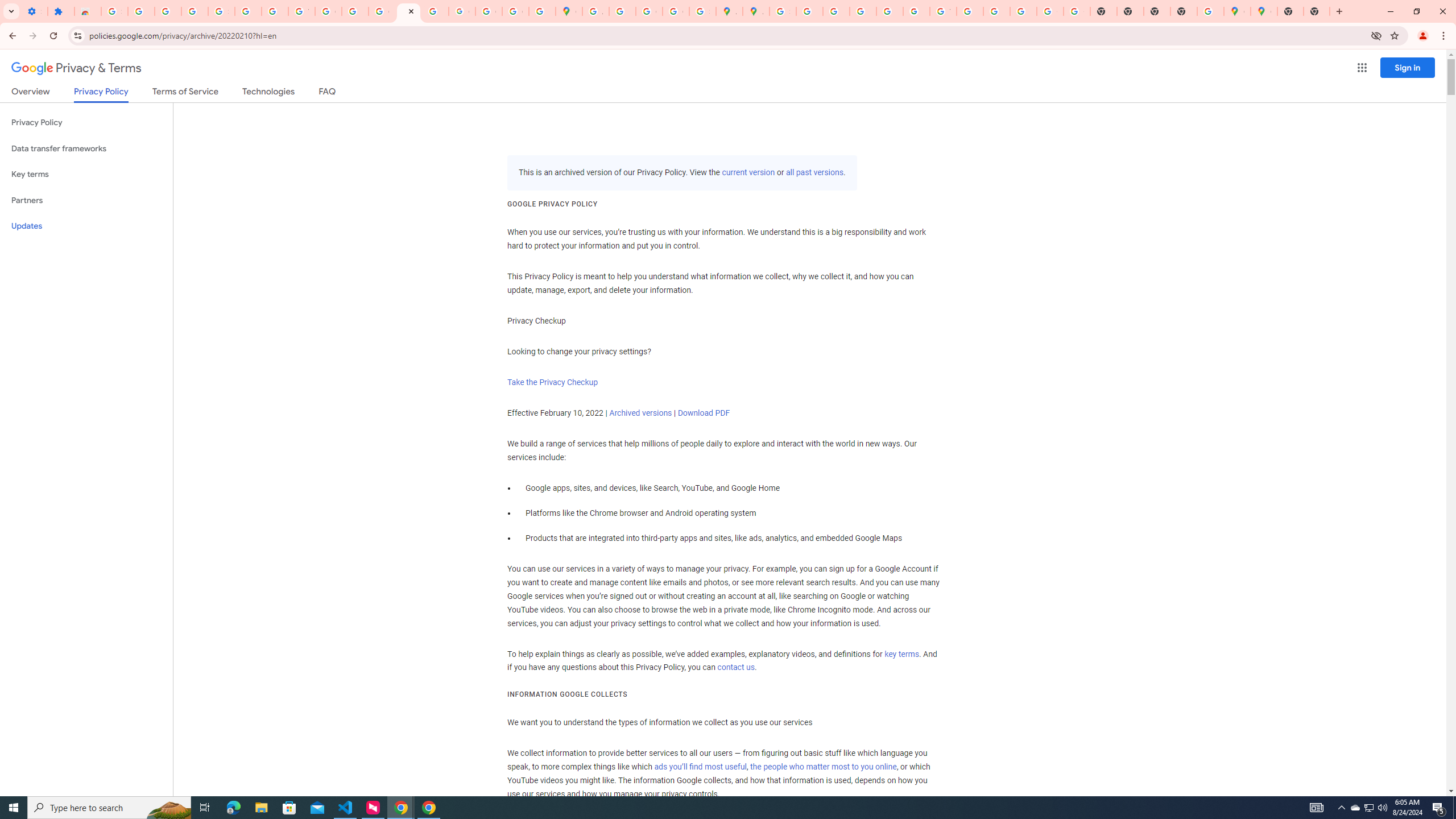  What do you see at coordinates (640, 412) in the screenshot?
I see `'Archived versions'` at bounding box center [640, 412].